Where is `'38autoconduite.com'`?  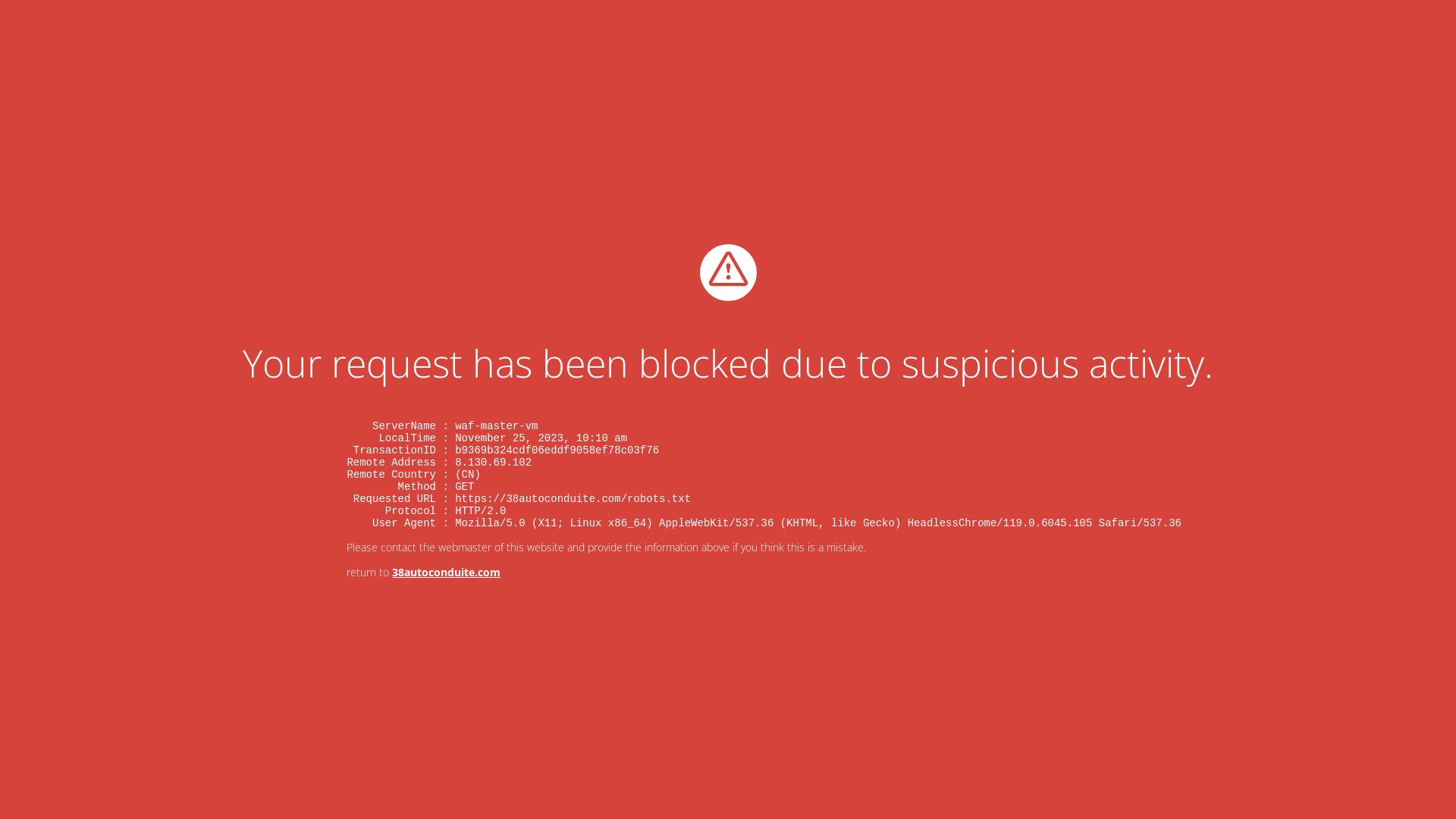 '38autoconduite.com' is located at coordinates (445, 572).